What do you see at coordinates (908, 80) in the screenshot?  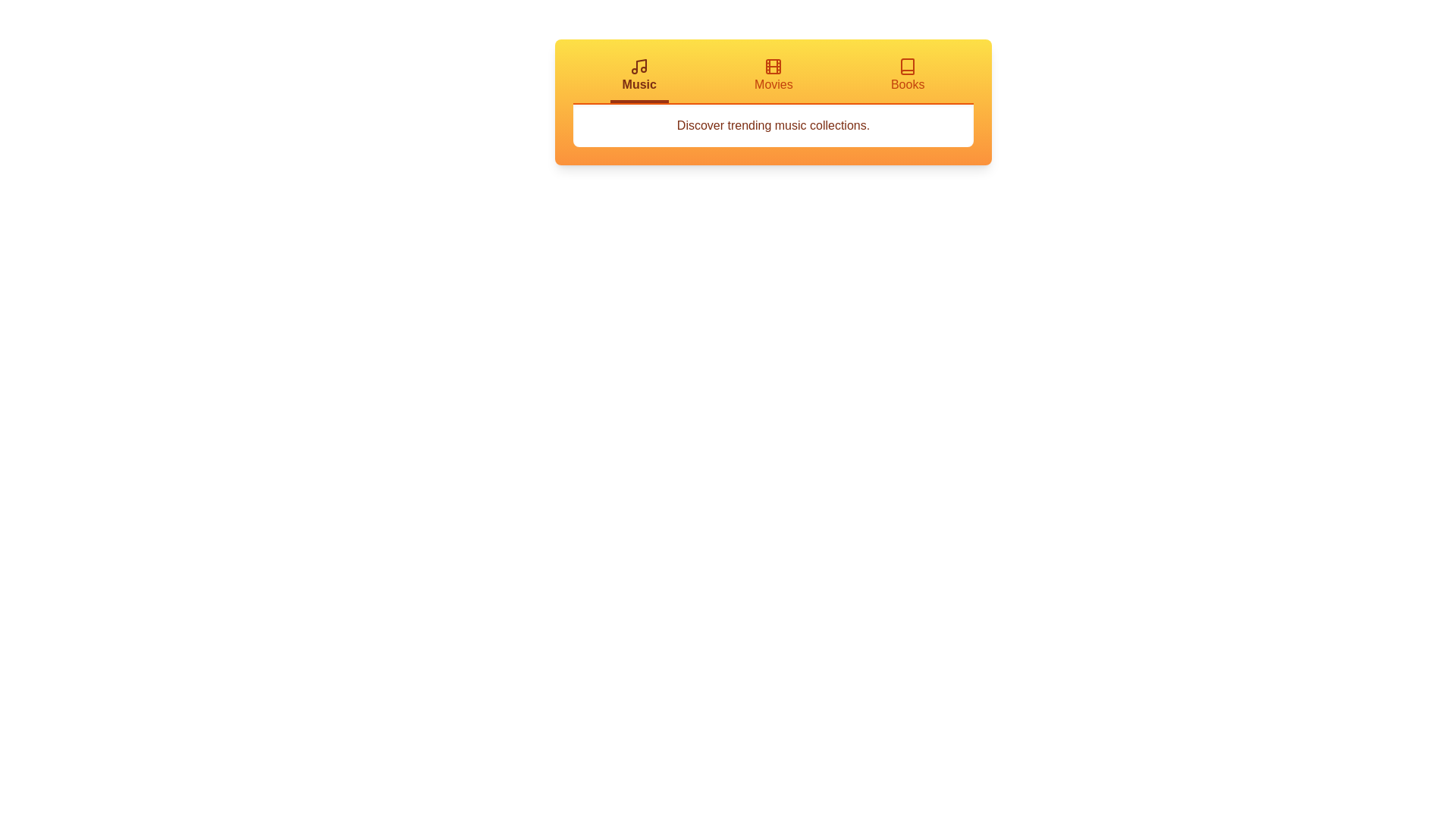 I see `the Books tab to switch to it` at bounding box center [908, 80].